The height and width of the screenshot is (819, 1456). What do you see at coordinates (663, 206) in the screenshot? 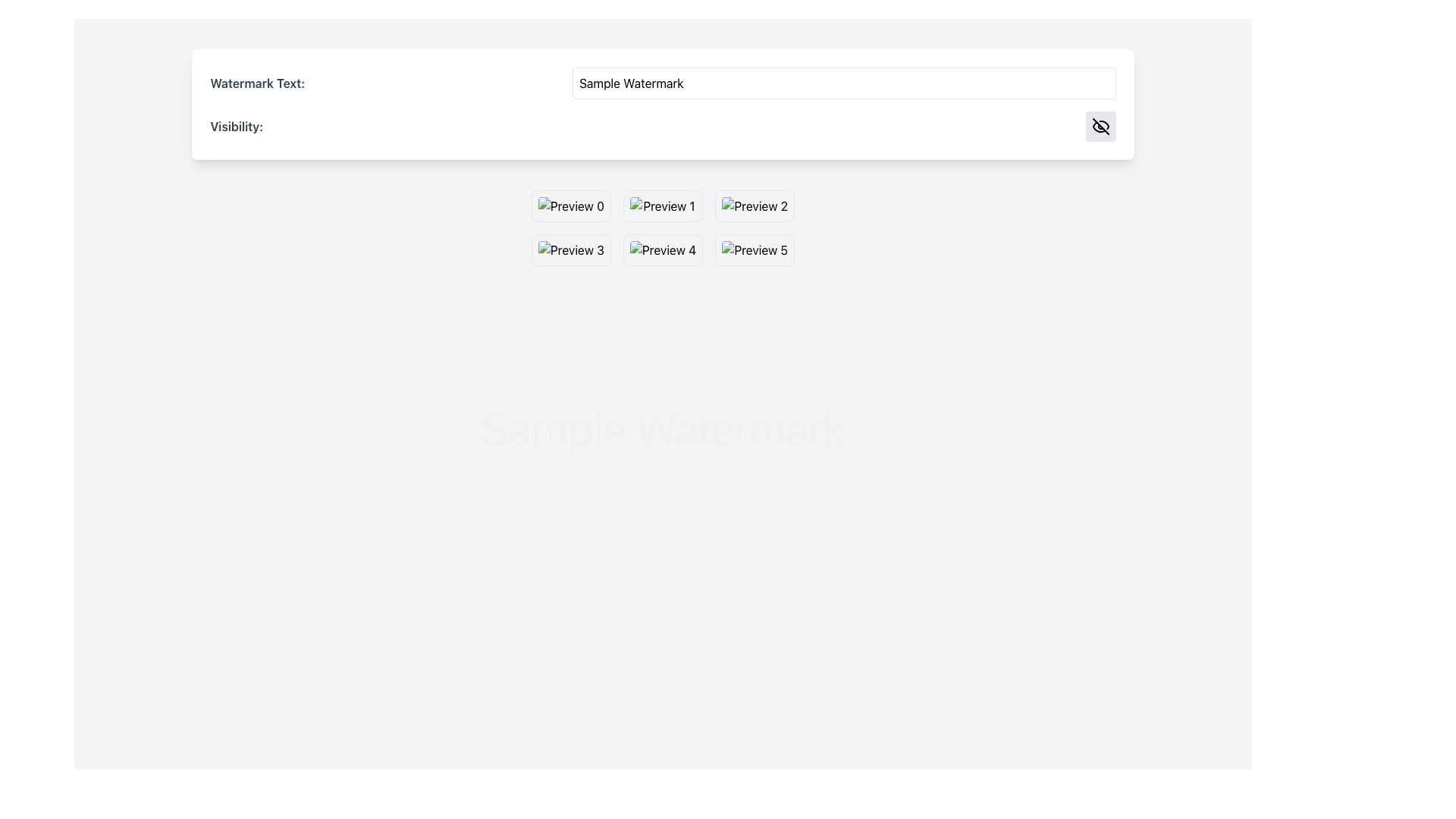
I see `the Interactive Thumbnail, which is the second item in a grid of clickable items` at bounding box center [663, 206].